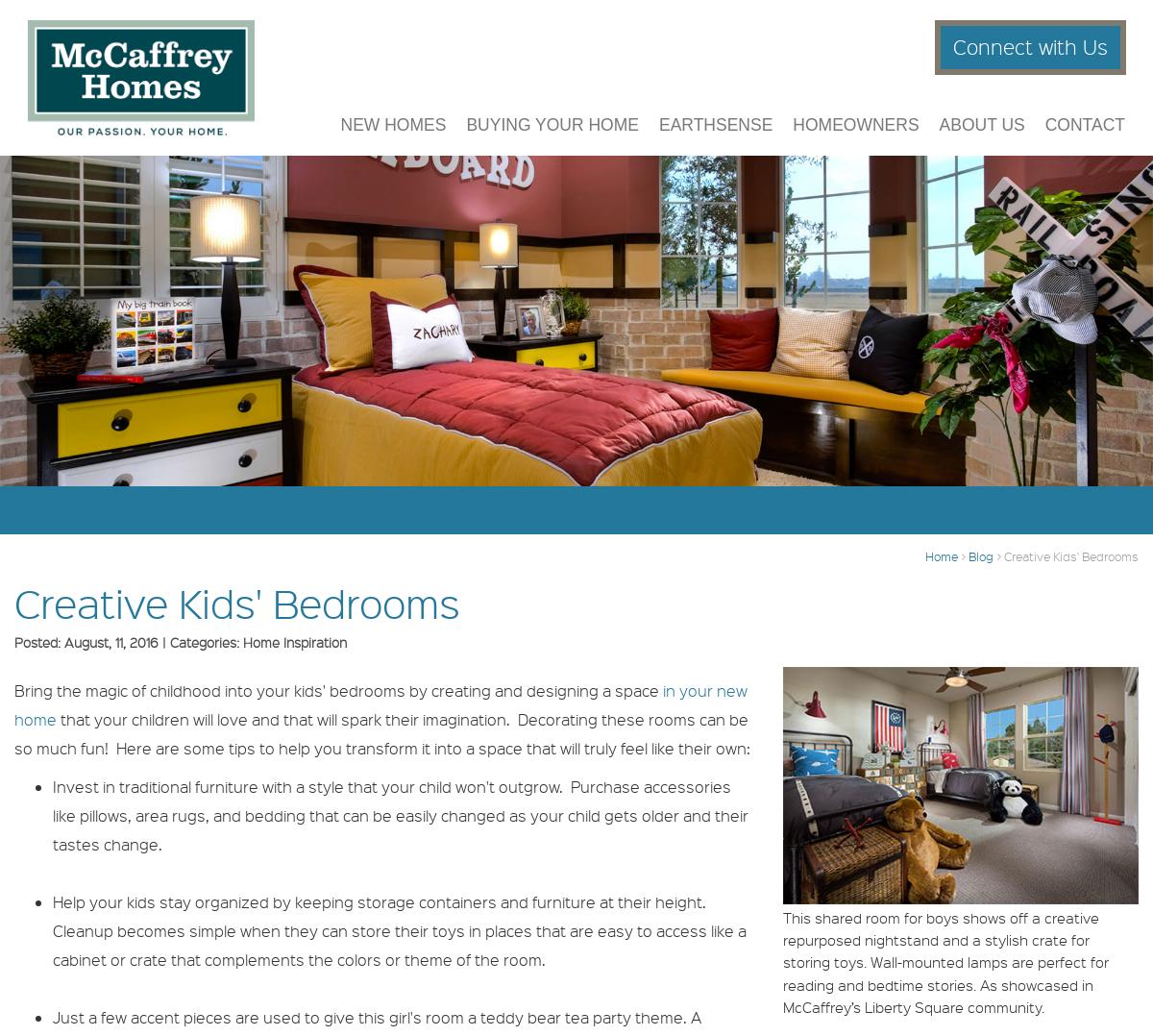 This screenshot has height=1036, width=1153. What do you see at coordinates (552, 136) in the screenshot?
I see `'BUYING YOUR HOME'` at bounding box center [552, 136].